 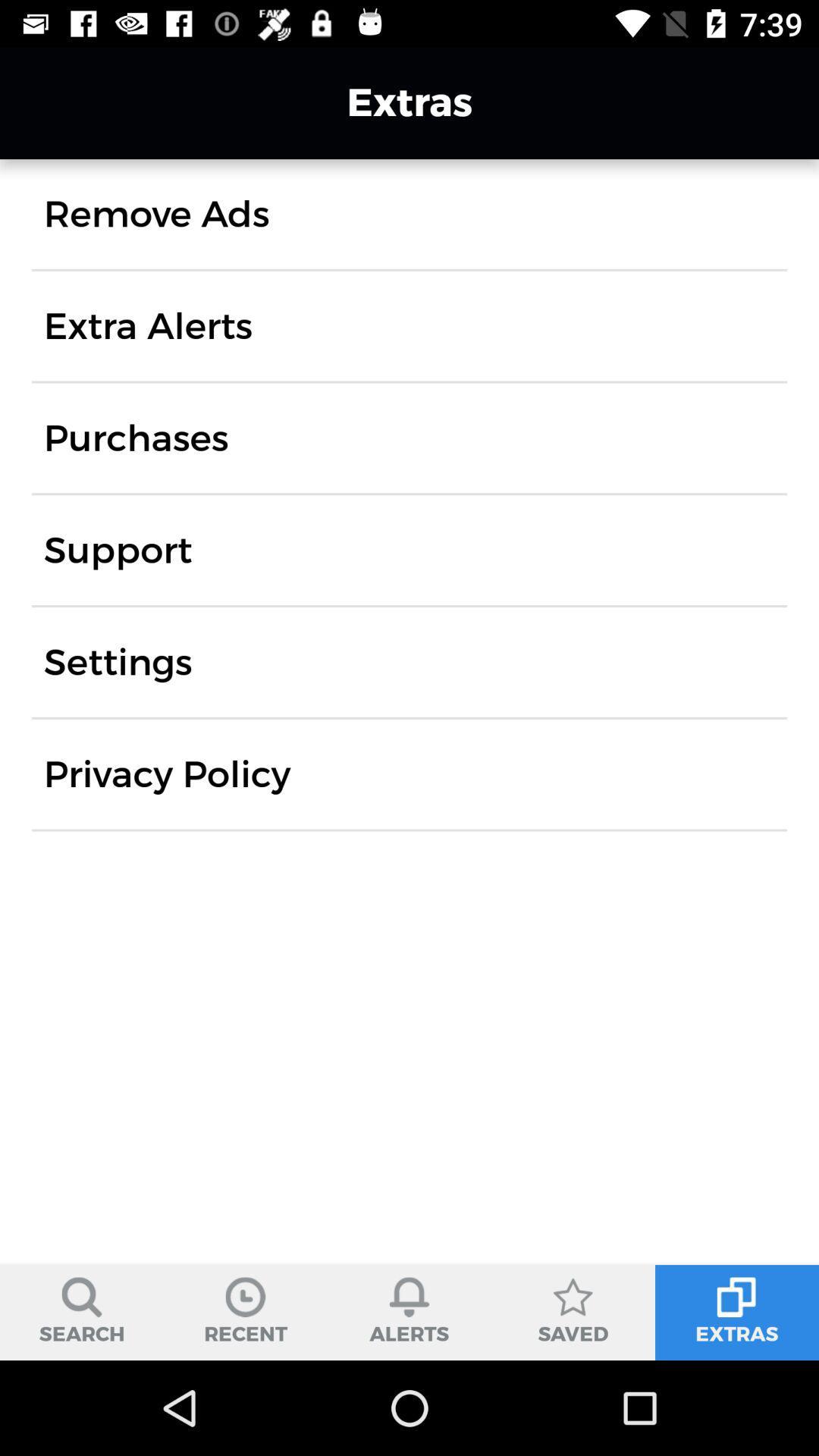 What do you see at coordinates (156, 213) in the screenshot?
I see `the remove ads item` at bounding box center [156, 213].